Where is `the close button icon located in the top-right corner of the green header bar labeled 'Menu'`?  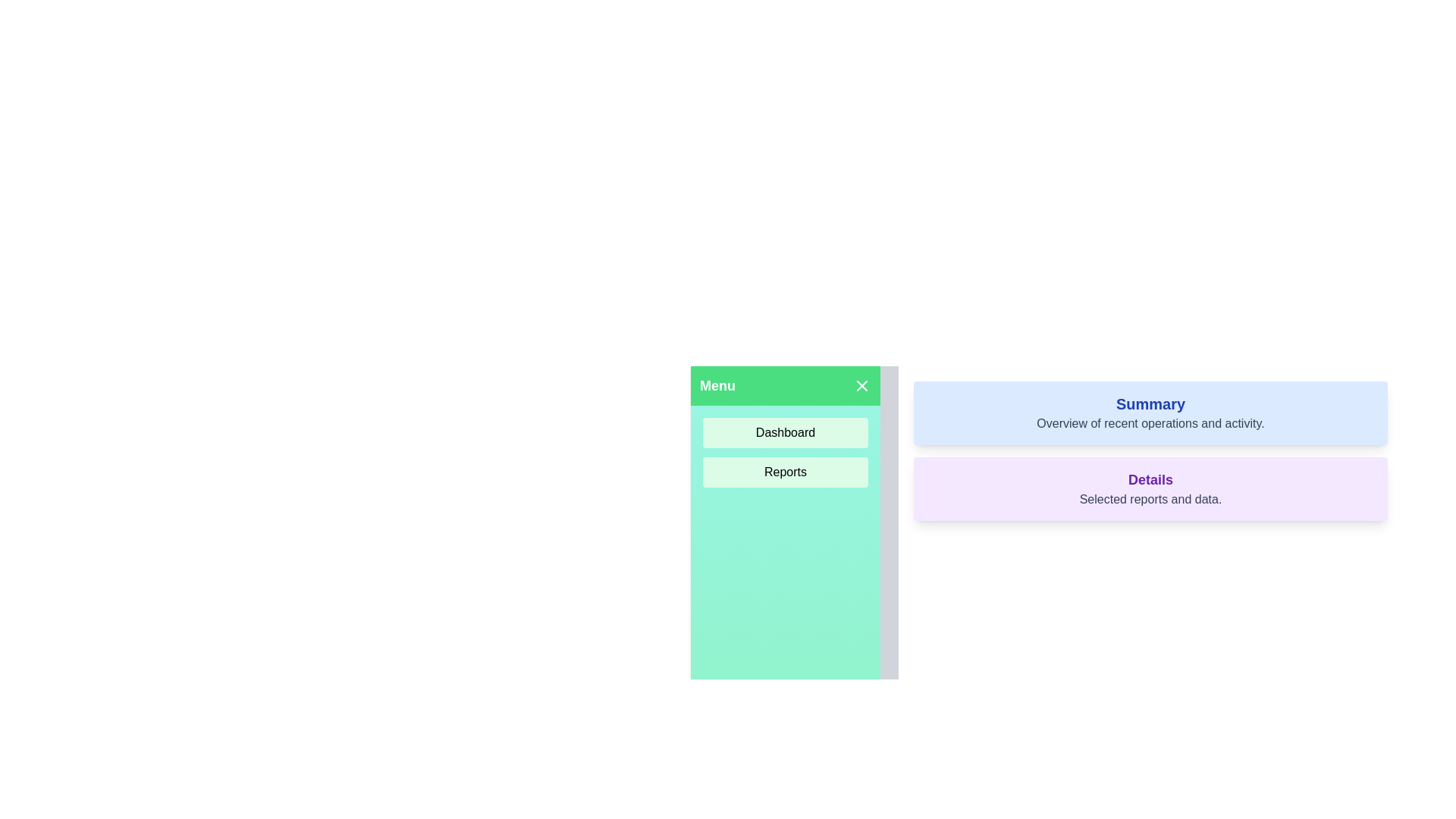 the close button icon located in the top-right corner of the green header bar labeled 'Menu' is located at coordinates (862, 385).